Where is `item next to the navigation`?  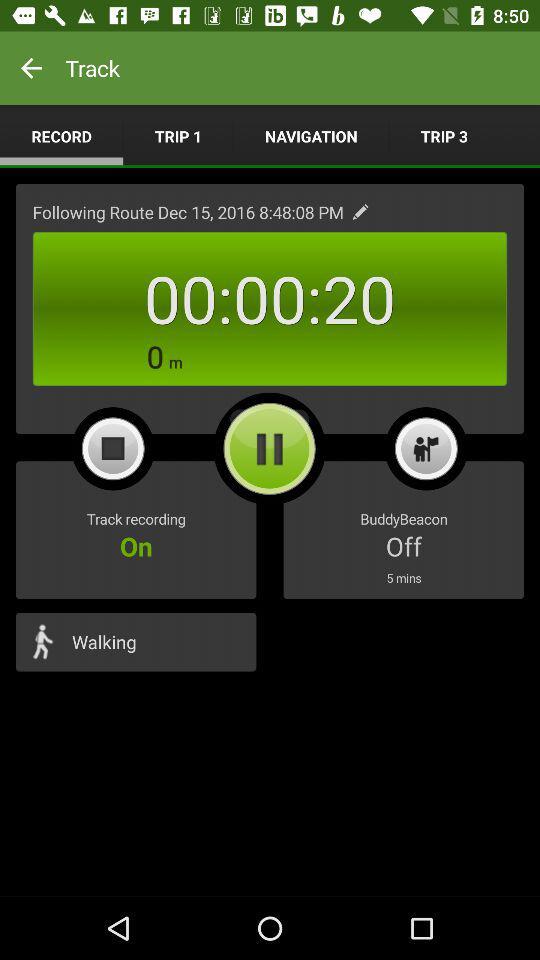 item next to the navigation is located at coordinates (178, 135).